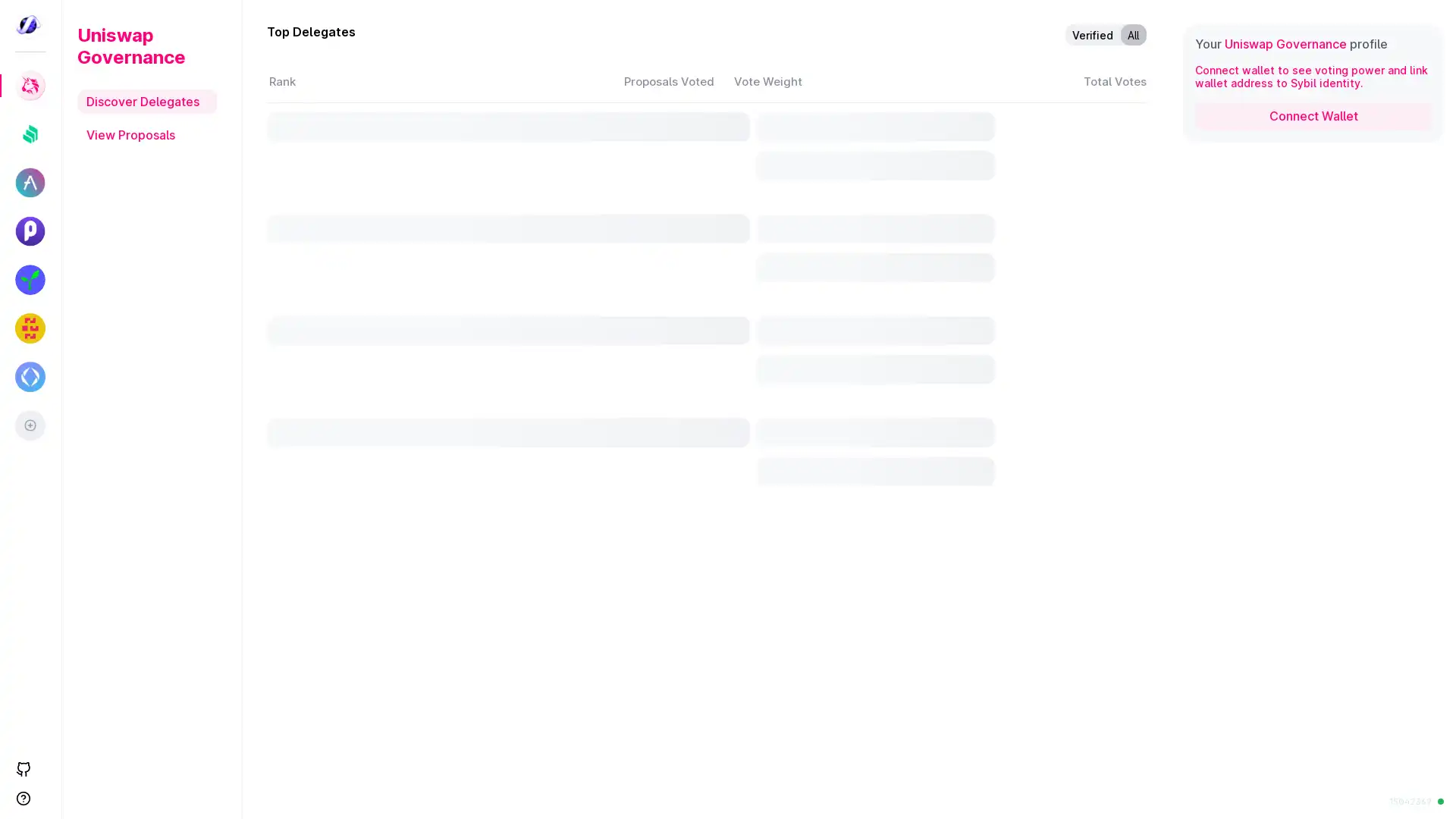 The image size is (1456, 819). Describe the element at coordinates (1006, 503) in the screenshot. I see `Delegate` at that location.